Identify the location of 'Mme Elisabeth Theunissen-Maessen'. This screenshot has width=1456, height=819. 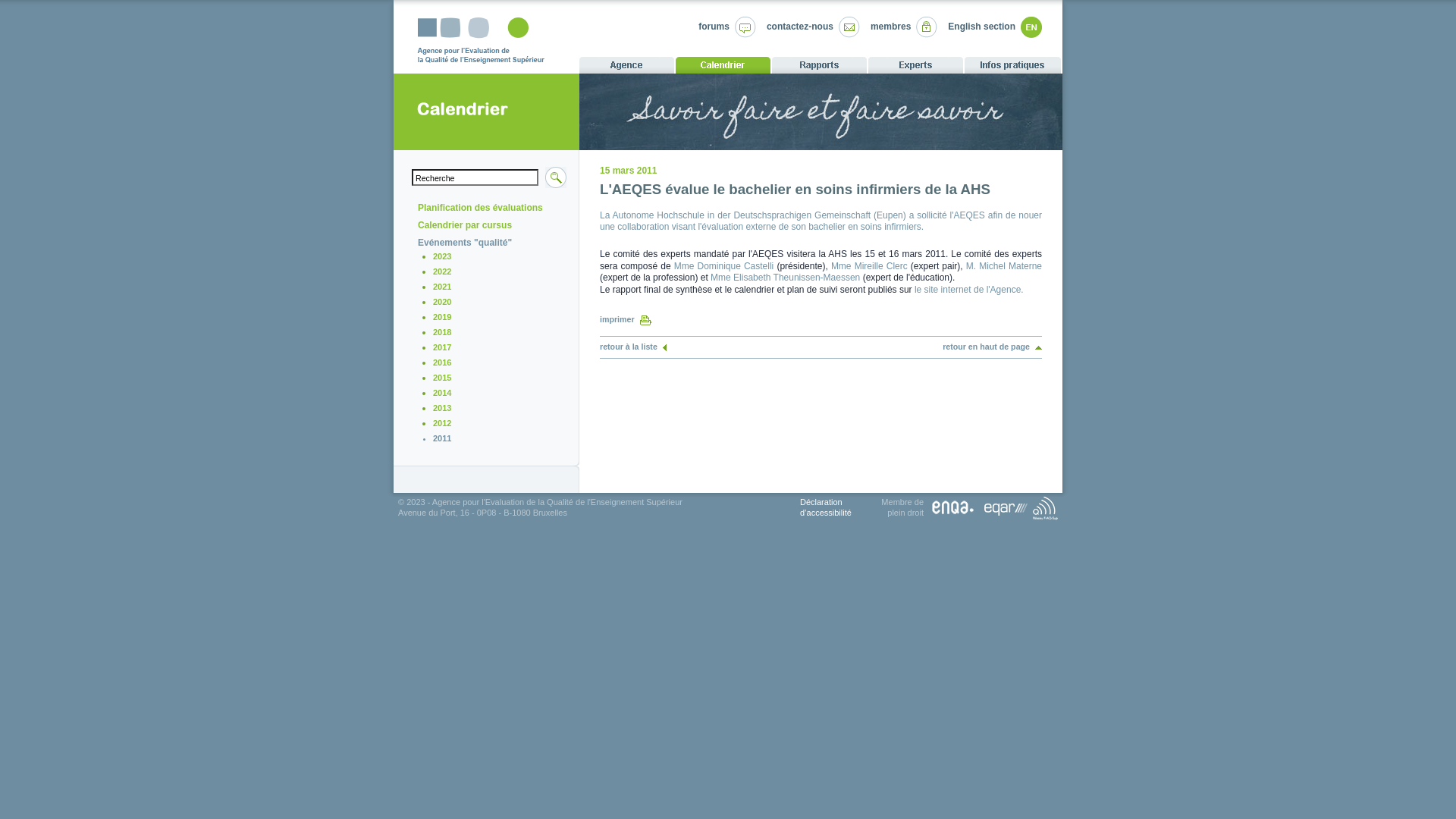
(785, 278).